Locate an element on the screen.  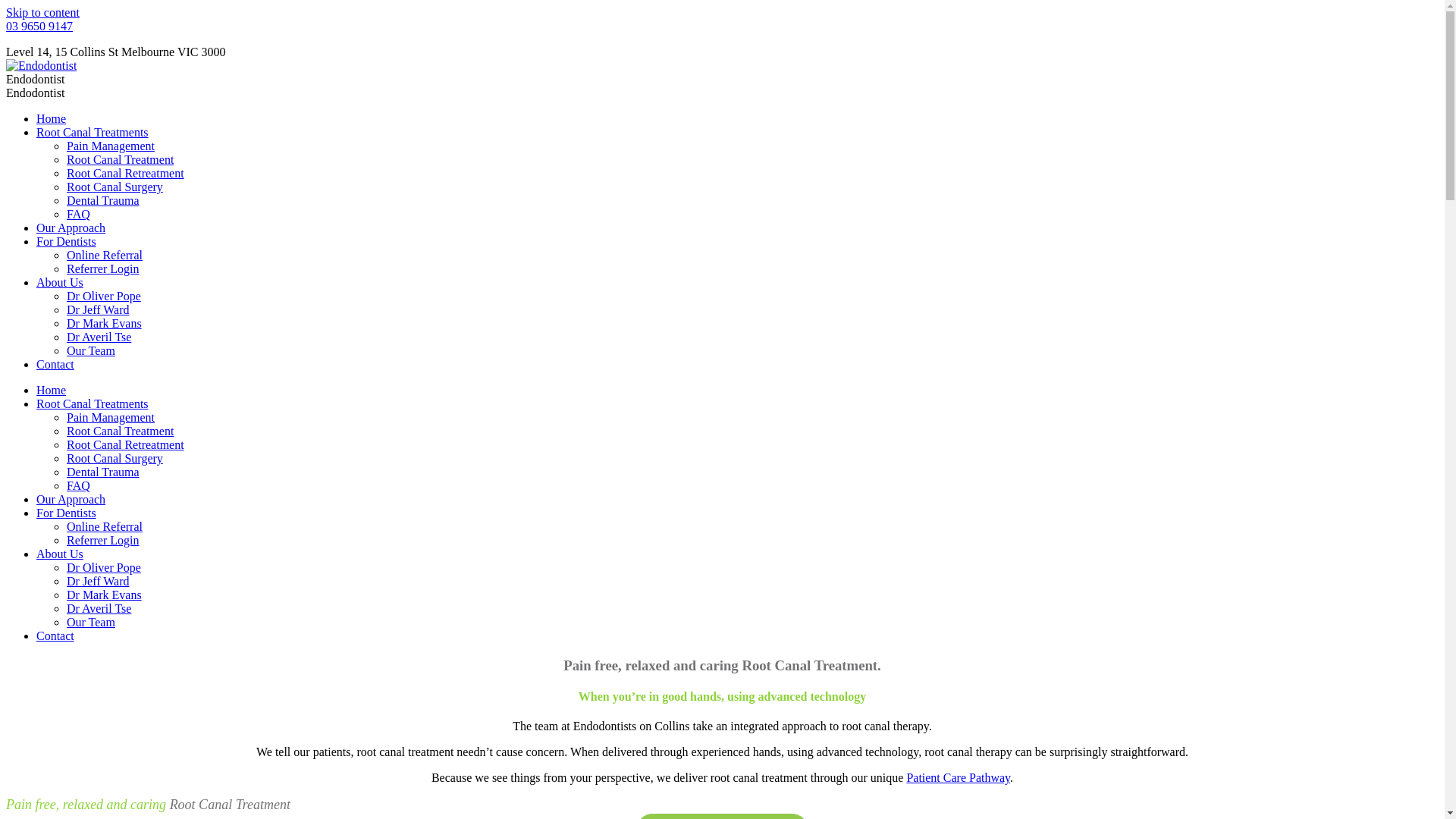
'Contact' is located at coordinates (36, 635).